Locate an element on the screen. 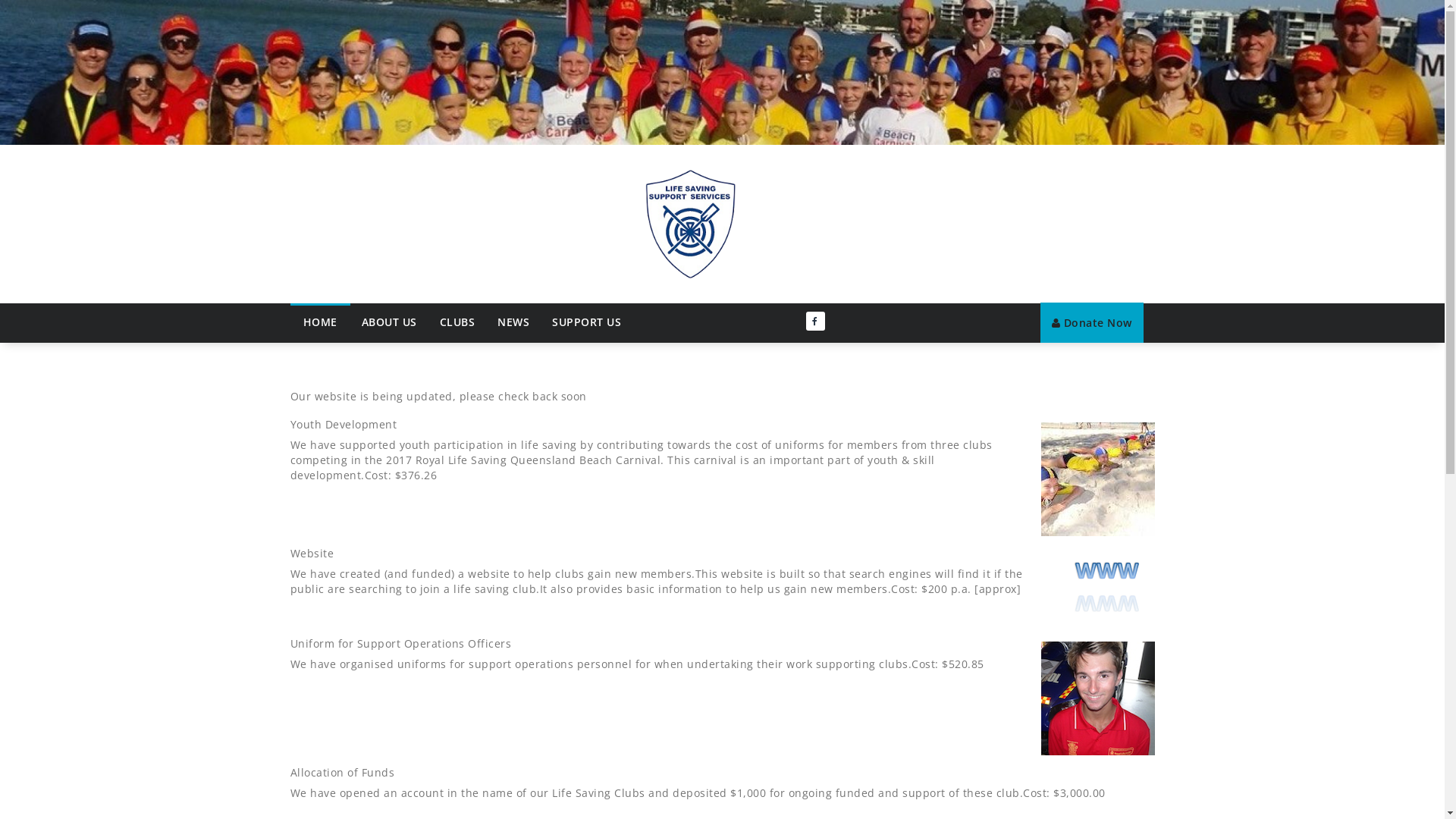 This screenshot has height=819, width=1456. 'HOME' is located at coordinates (318, 320).